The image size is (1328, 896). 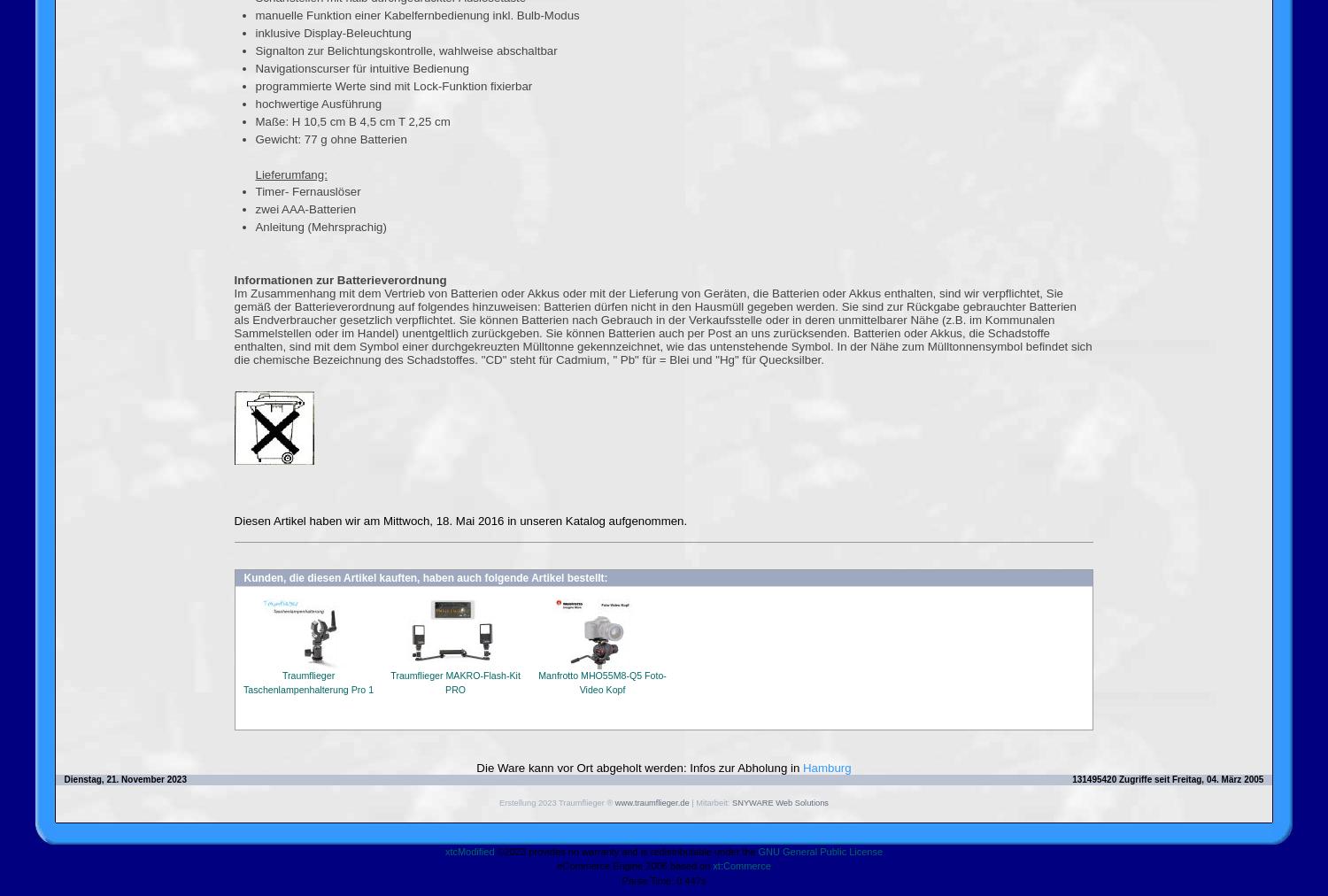 I want to click on 'hochwertige Ausführung', so click(x=255, y=102).